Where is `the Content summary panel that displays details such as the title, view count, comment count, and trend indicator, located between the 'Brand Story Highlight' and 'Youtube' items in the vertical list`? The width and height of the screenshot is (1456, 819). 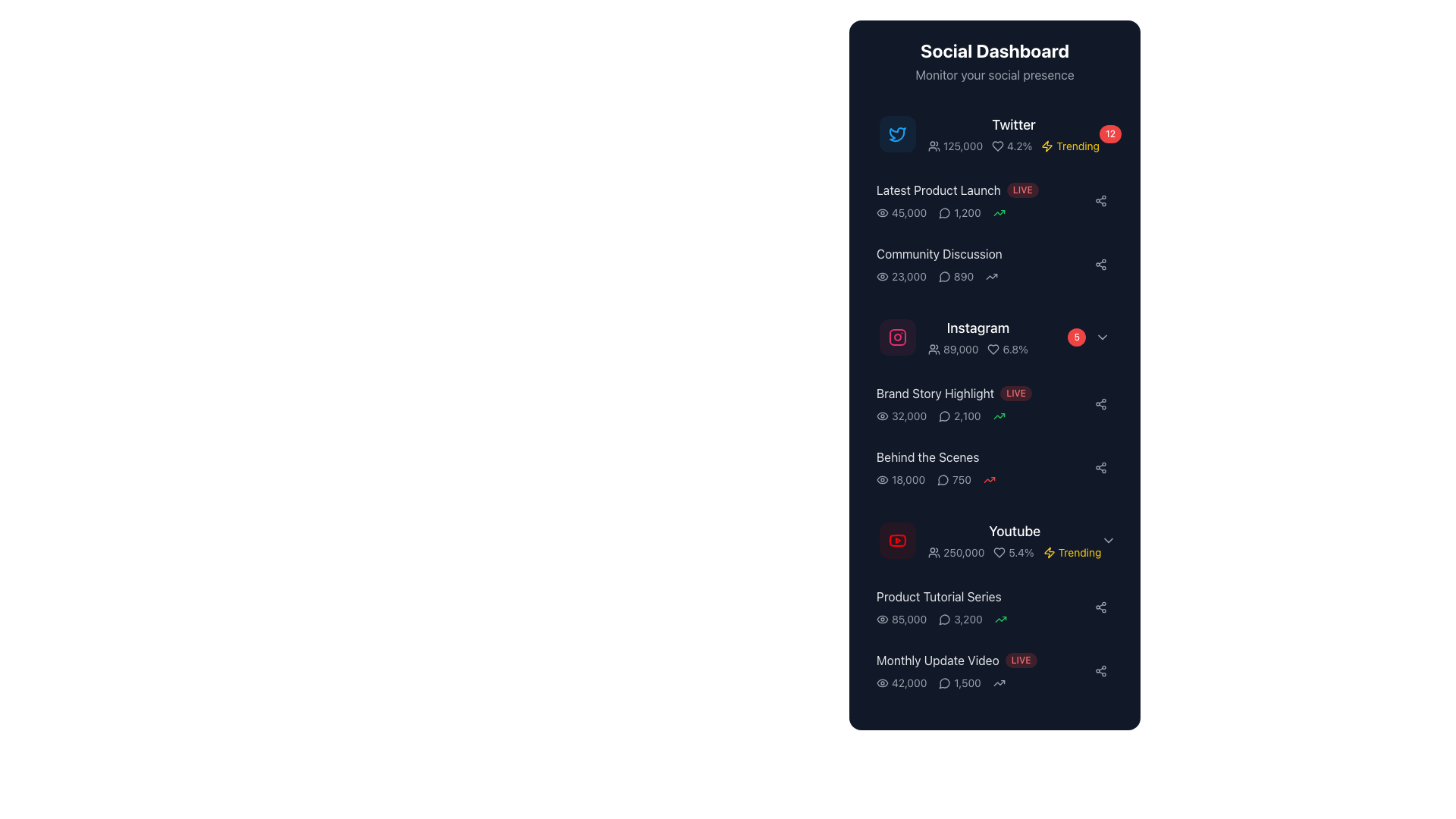
the Content summary panel that displays details such as the title, view count, comment count, and trend indicator, located between the 'Brand Story Highlight' and 'Youtube' items in the vertical list is located at coordinates (983, 467).